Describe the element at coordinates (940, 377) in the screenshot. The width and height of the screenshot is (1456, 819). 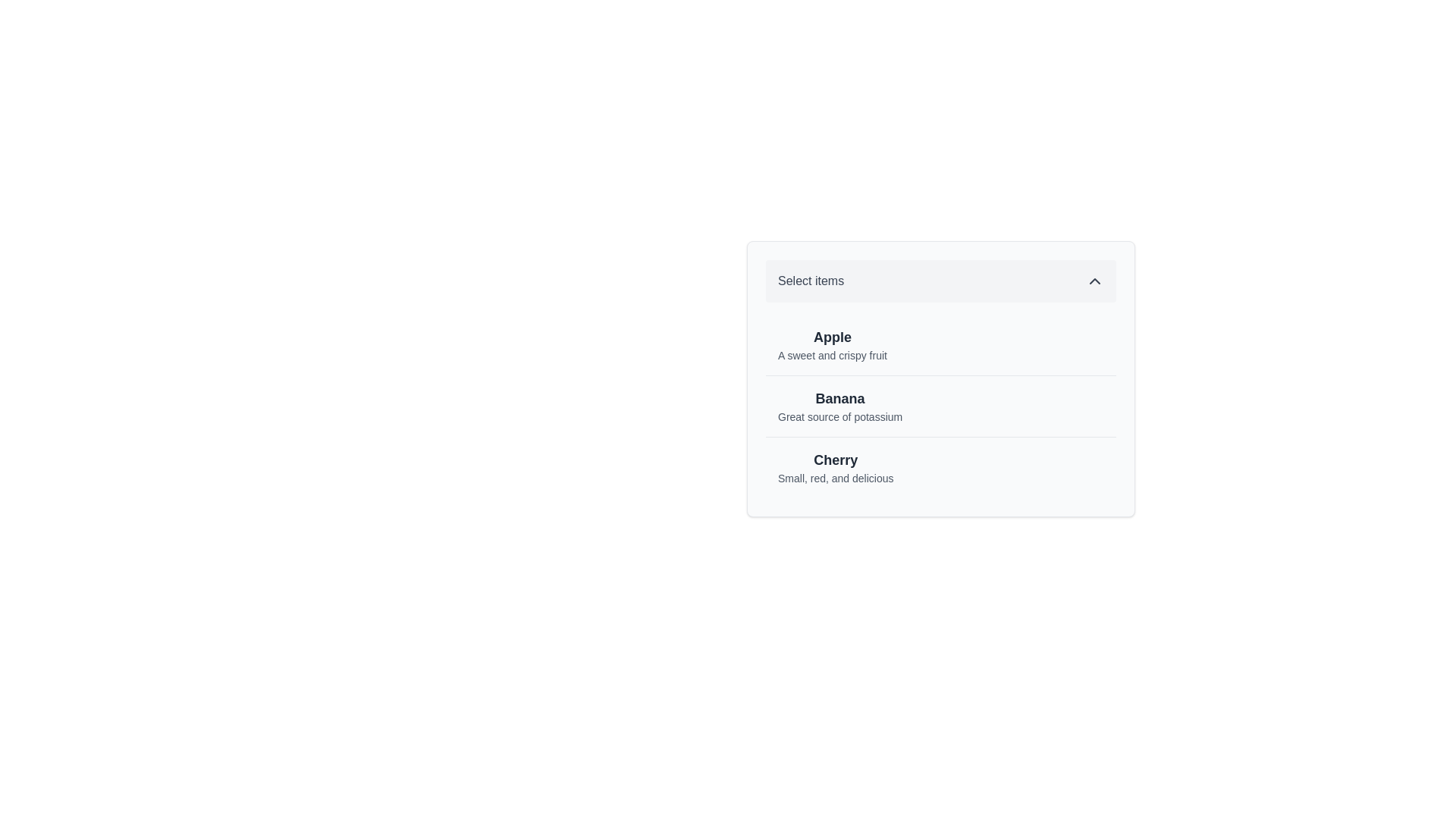
I see `the selectable list item displaying 'Banana'` at that location.